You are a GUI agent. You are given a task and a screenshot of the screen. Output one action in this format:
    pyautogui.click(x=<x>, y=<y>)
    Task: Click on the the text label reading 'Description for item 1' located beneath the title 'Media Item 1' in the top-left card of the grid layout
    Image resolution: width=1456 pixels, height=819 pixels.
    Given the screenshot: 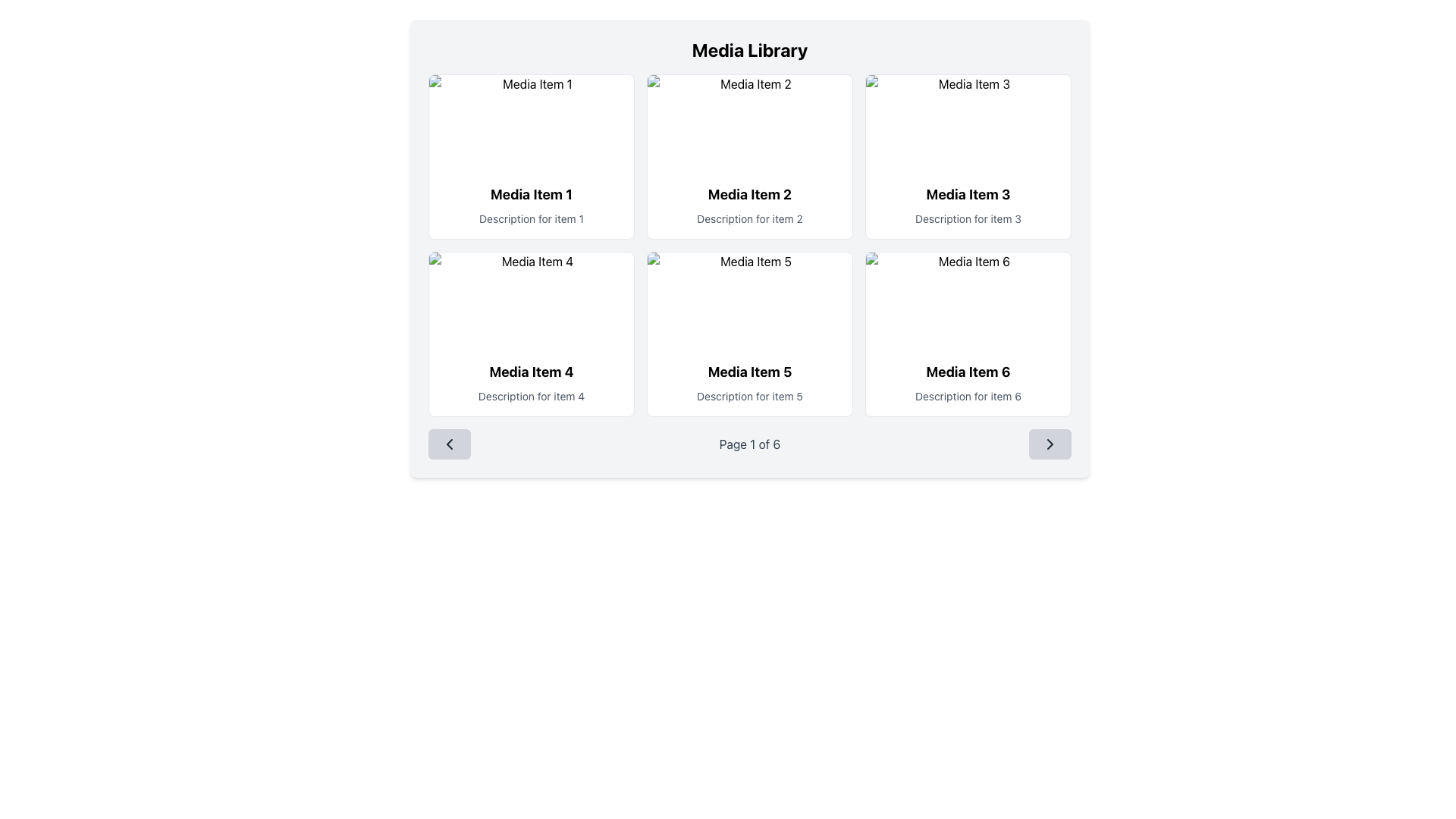 What is the action you would take?
    pyautogui.click(x=531, y=219)
    